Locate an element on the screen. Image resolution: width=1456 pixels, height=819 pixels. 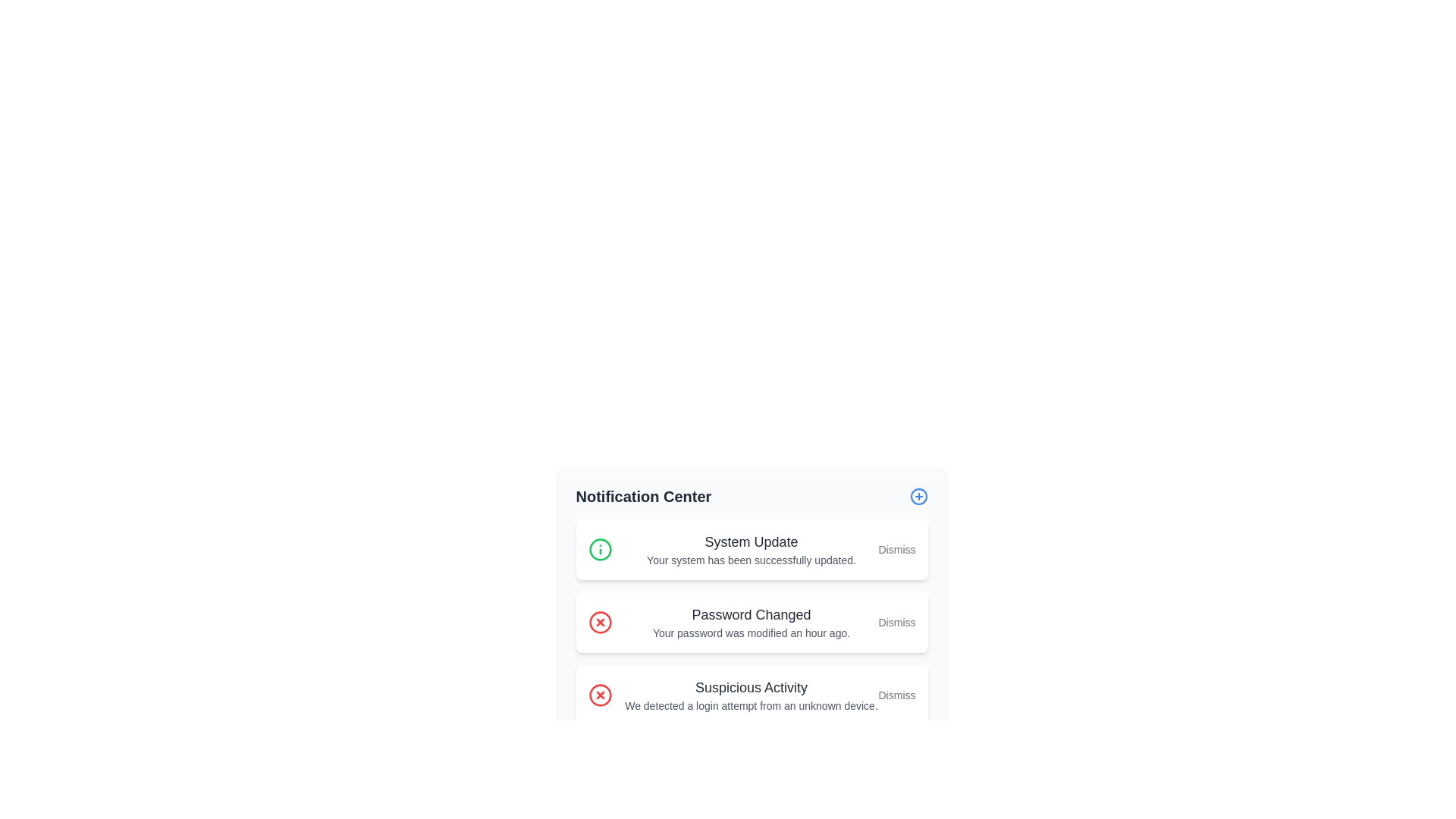
the Text label (title/header) of the second notification in the Notification Center, which provides a summary of the notification's subject, located above the description 'Your password was modified an hour ago.' and to the left of the 'Dismiss' button is located at coordinates (751, 614).